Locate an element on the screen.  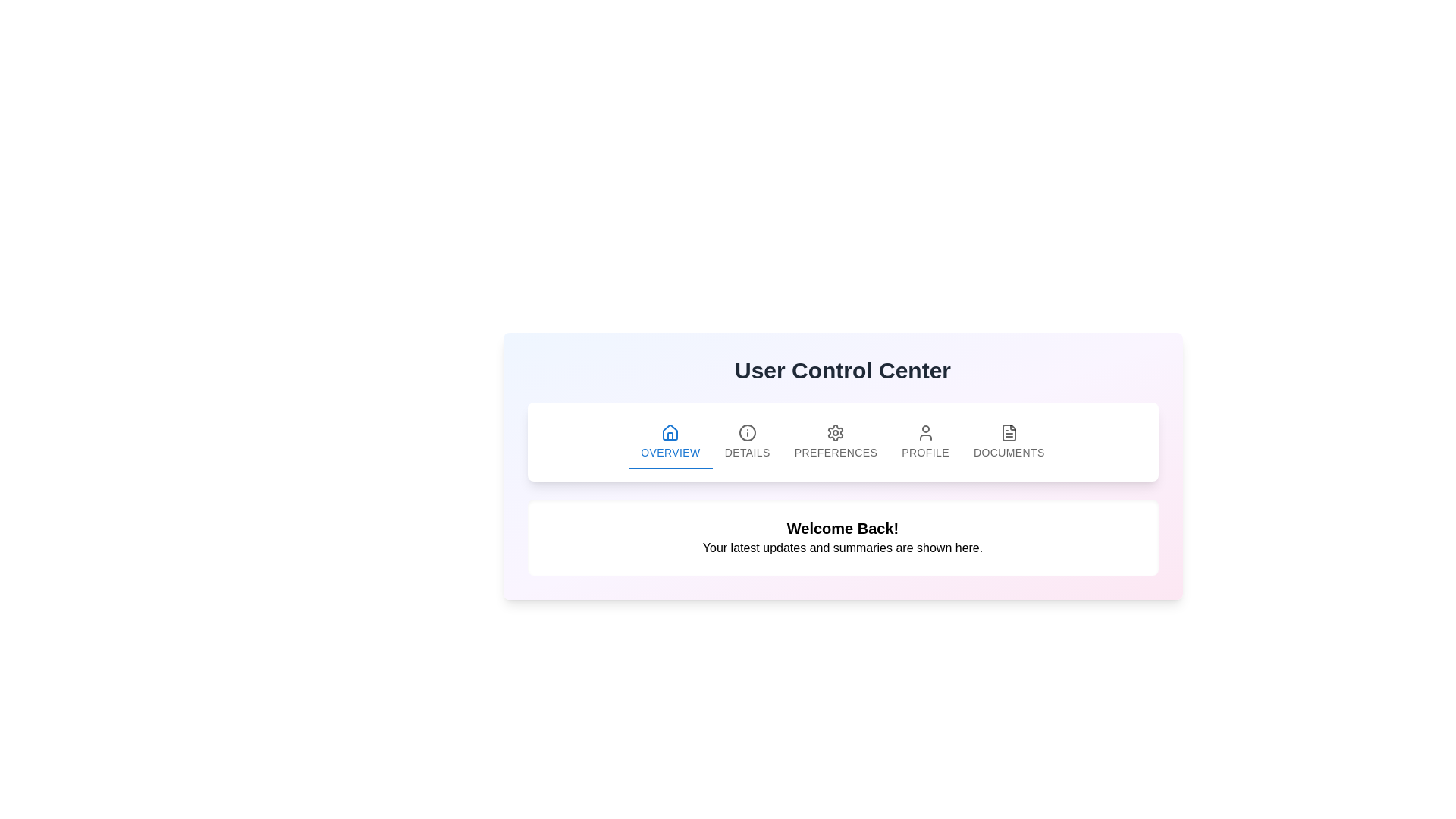
the static text element that provides introductory information beneath the 'Welcome Back!' text is located at coordinates (842, 548).